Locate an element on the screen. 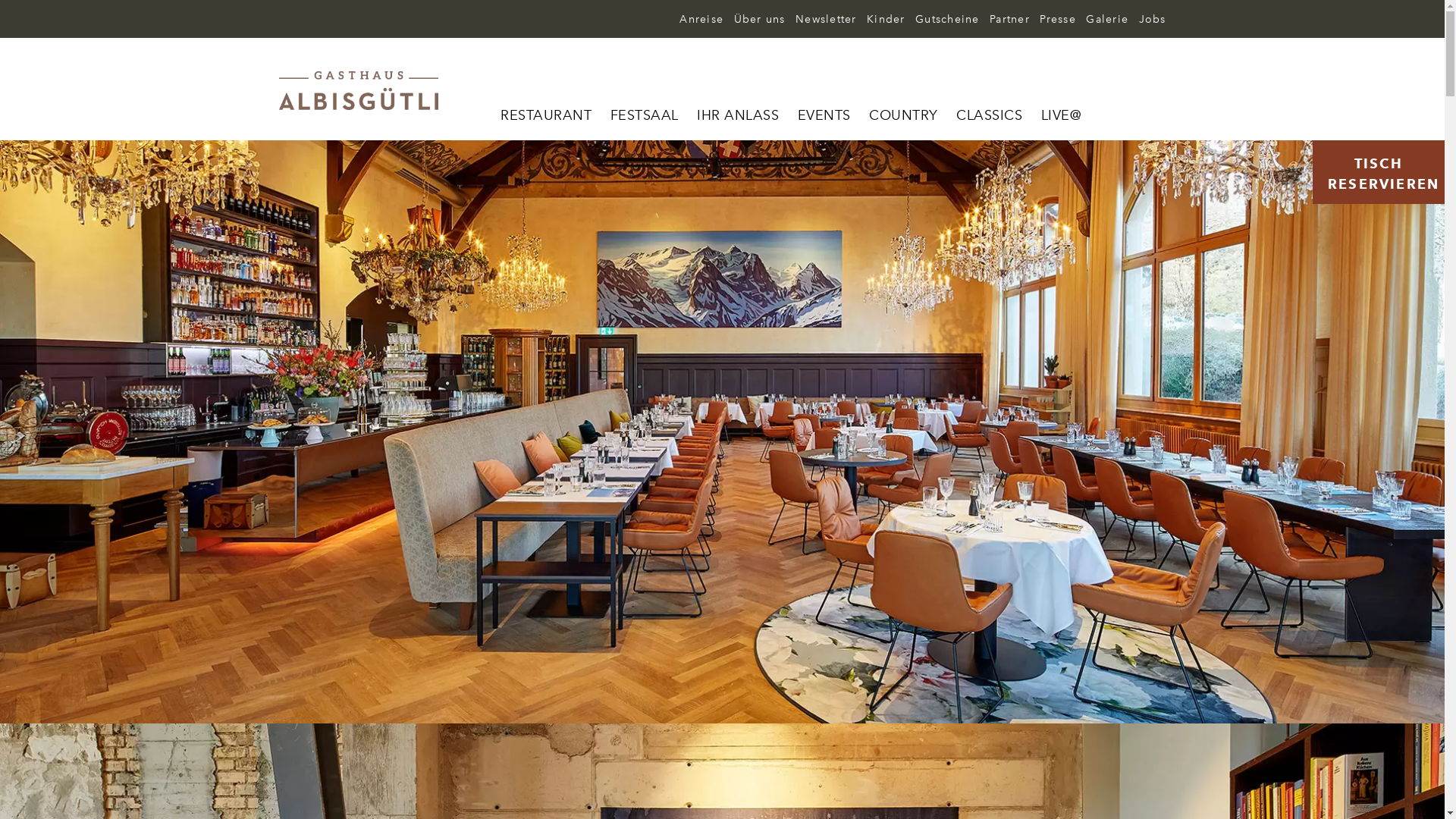 This screenshot has width=1456, height=819. 'Jobs' is located at coordinates (1148, 20).